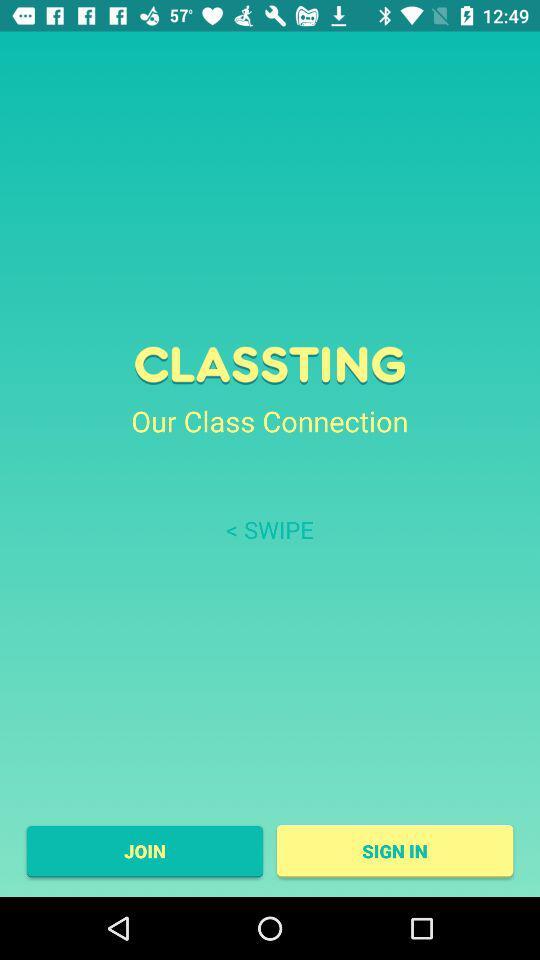 The image size is (540, 960). I want to click on sign in icon, so click(395, 850).